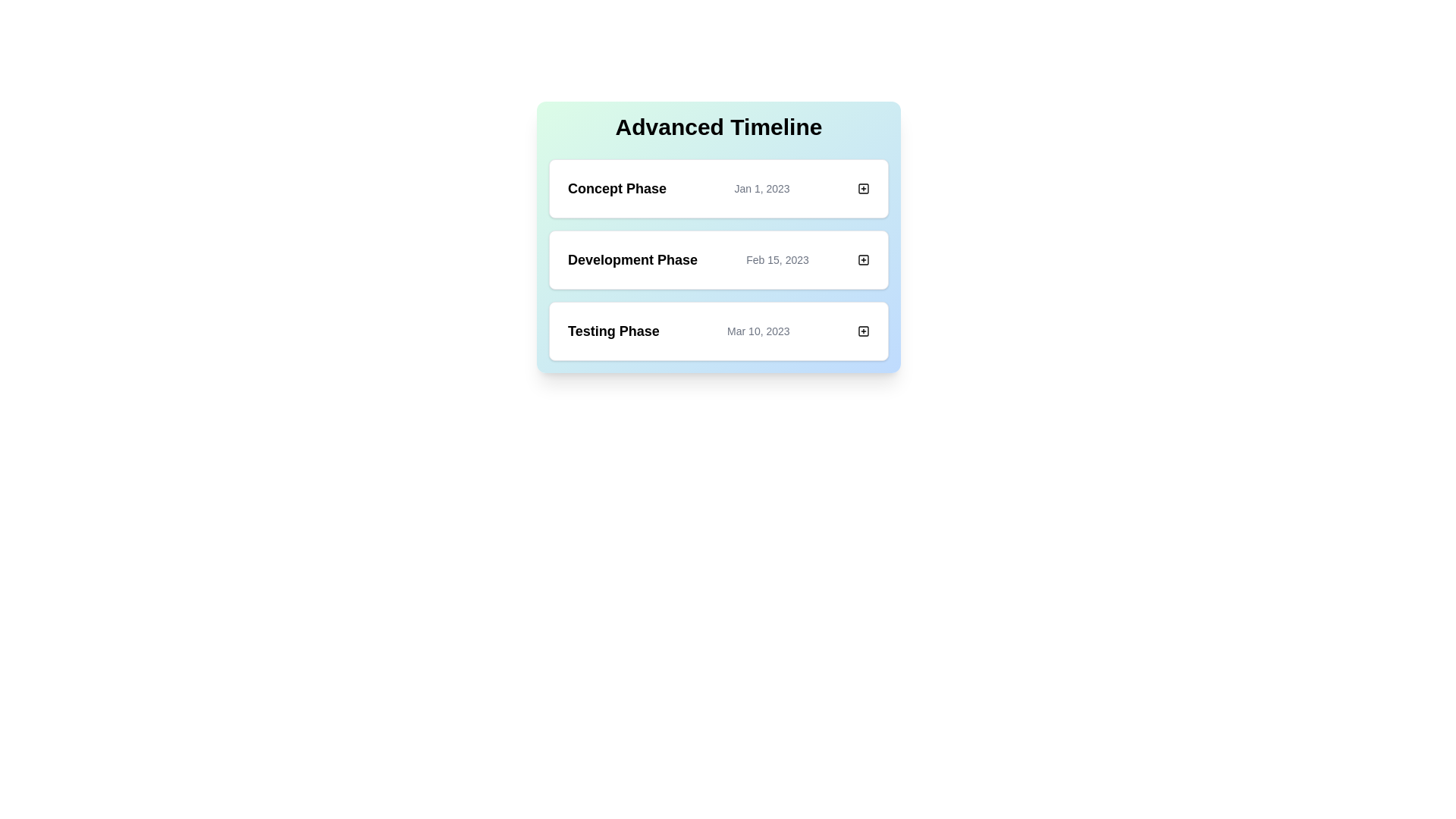 This screenshot has width=1456, height=819. I want to click on the first card in the vertical timeline structure labeled 'Advanced Timeline', so click(718, 188).